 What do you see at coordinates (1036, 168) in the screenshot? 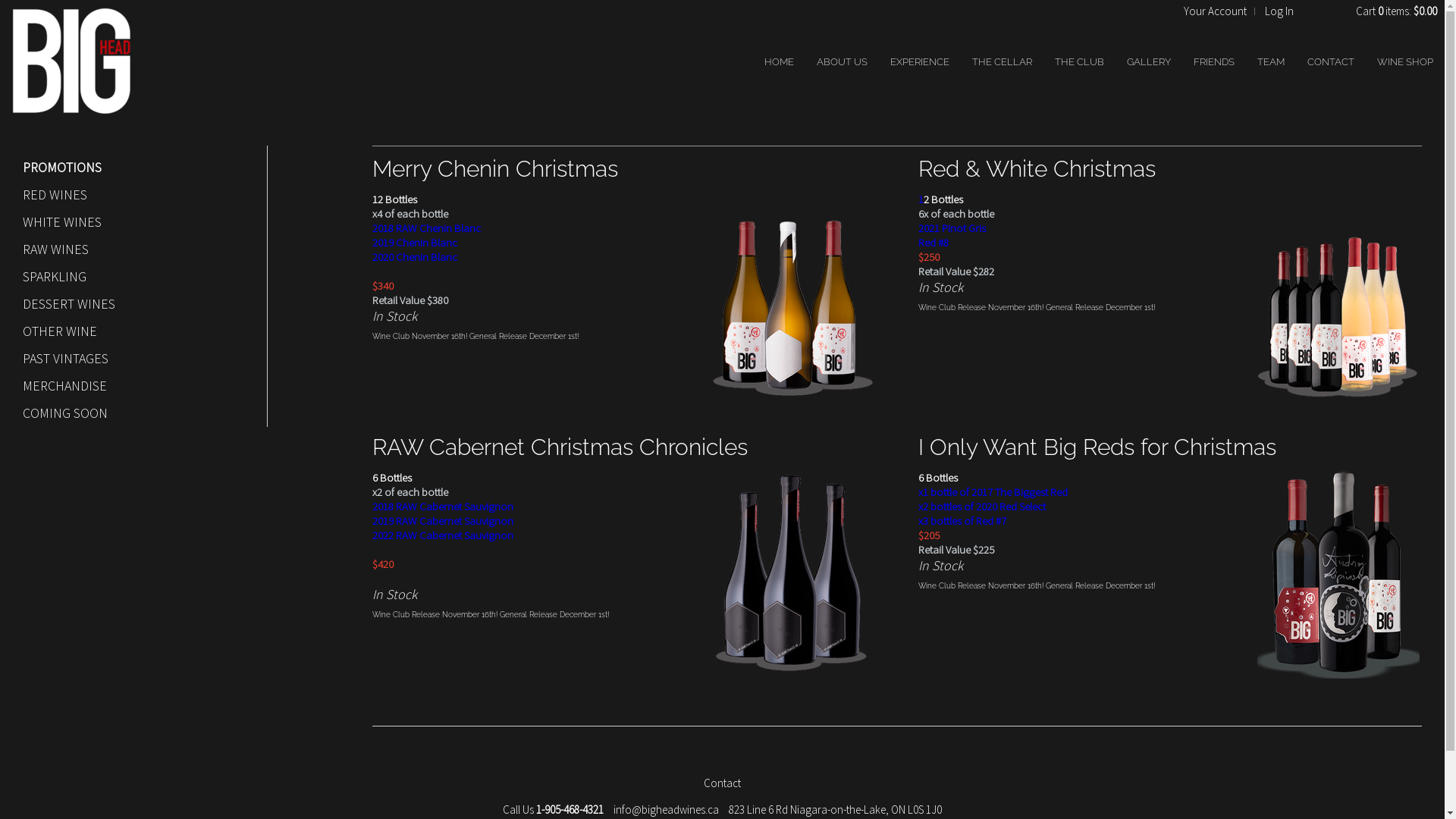
I see `'Red & White Christmas'` at bounding box center [1036, 168].